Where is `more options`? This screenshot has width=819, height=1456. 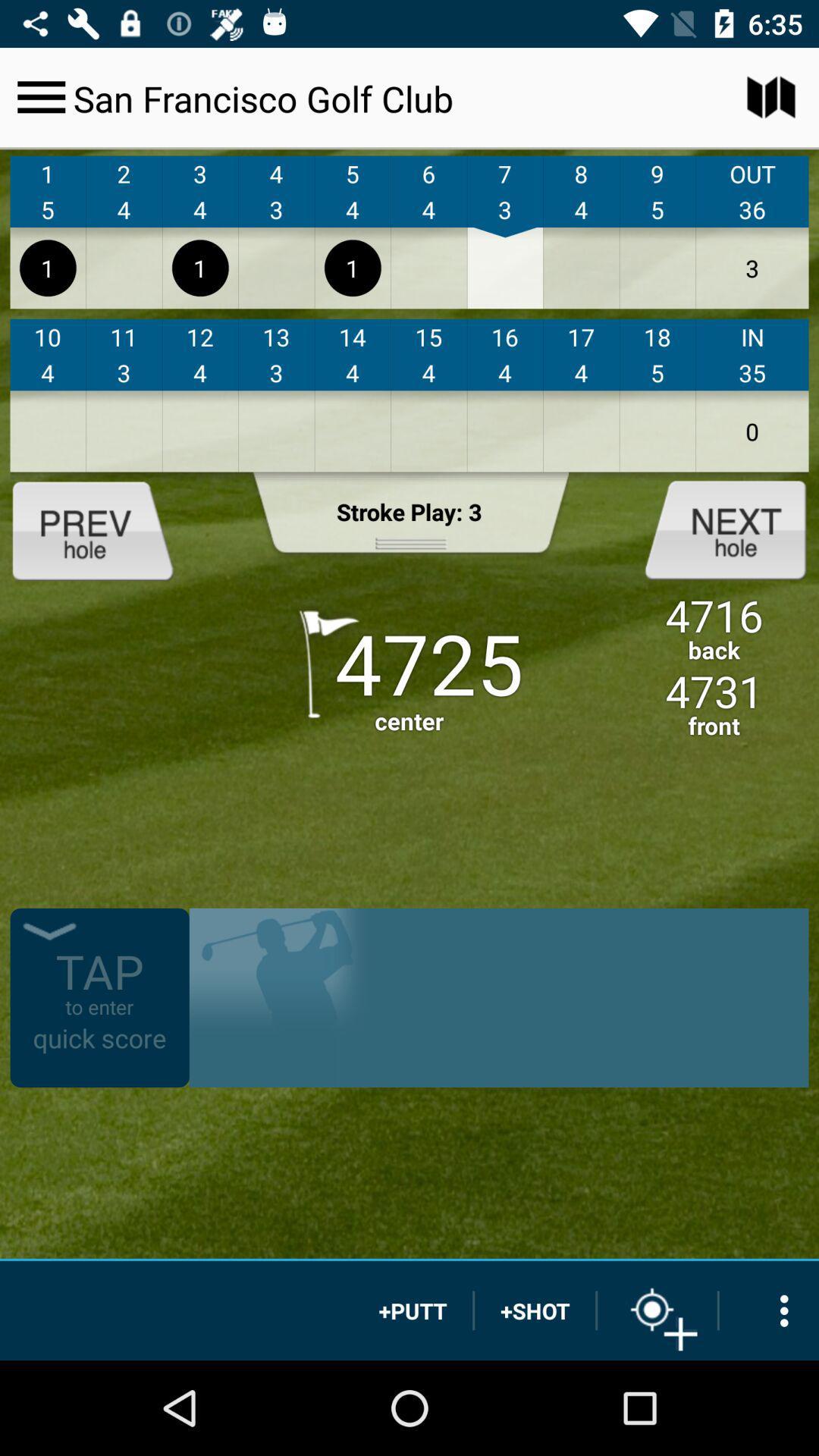
more options is located at coordinates (769, 1310).